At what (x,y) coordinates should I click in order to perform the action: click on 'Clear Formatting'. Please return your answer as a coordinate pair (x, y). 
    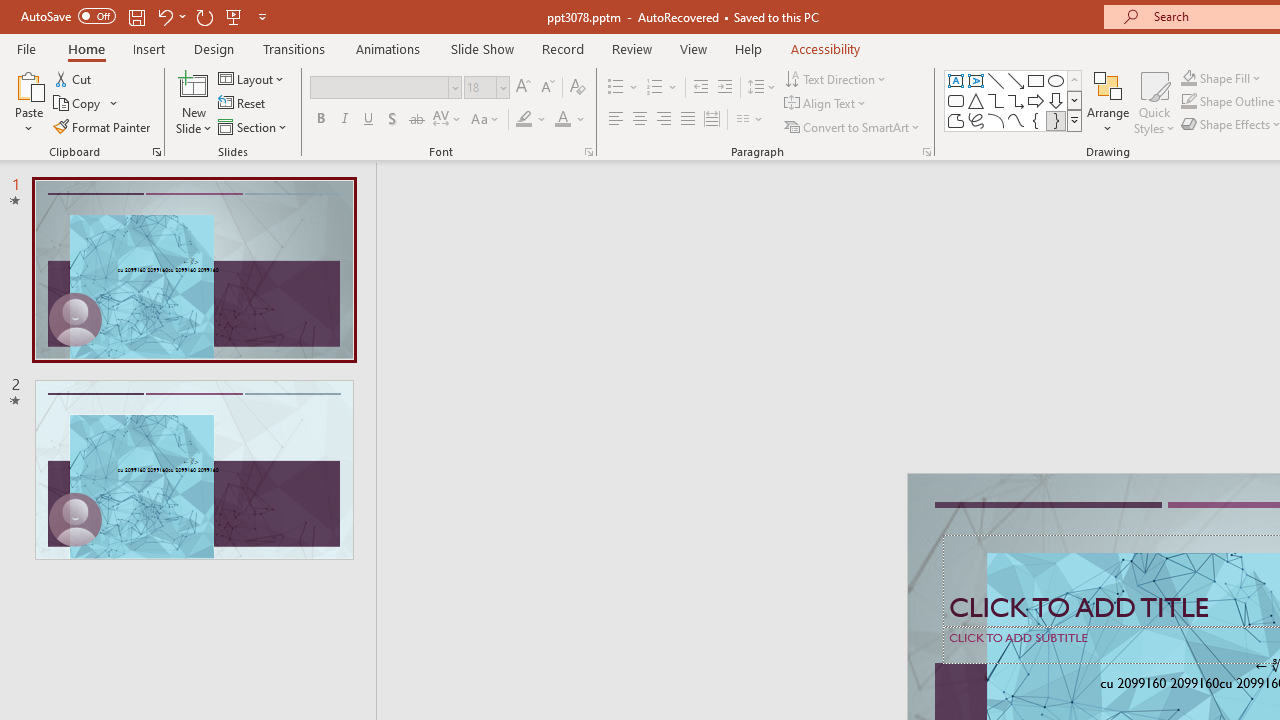
    Looking at the image, I should click on (576, 86).